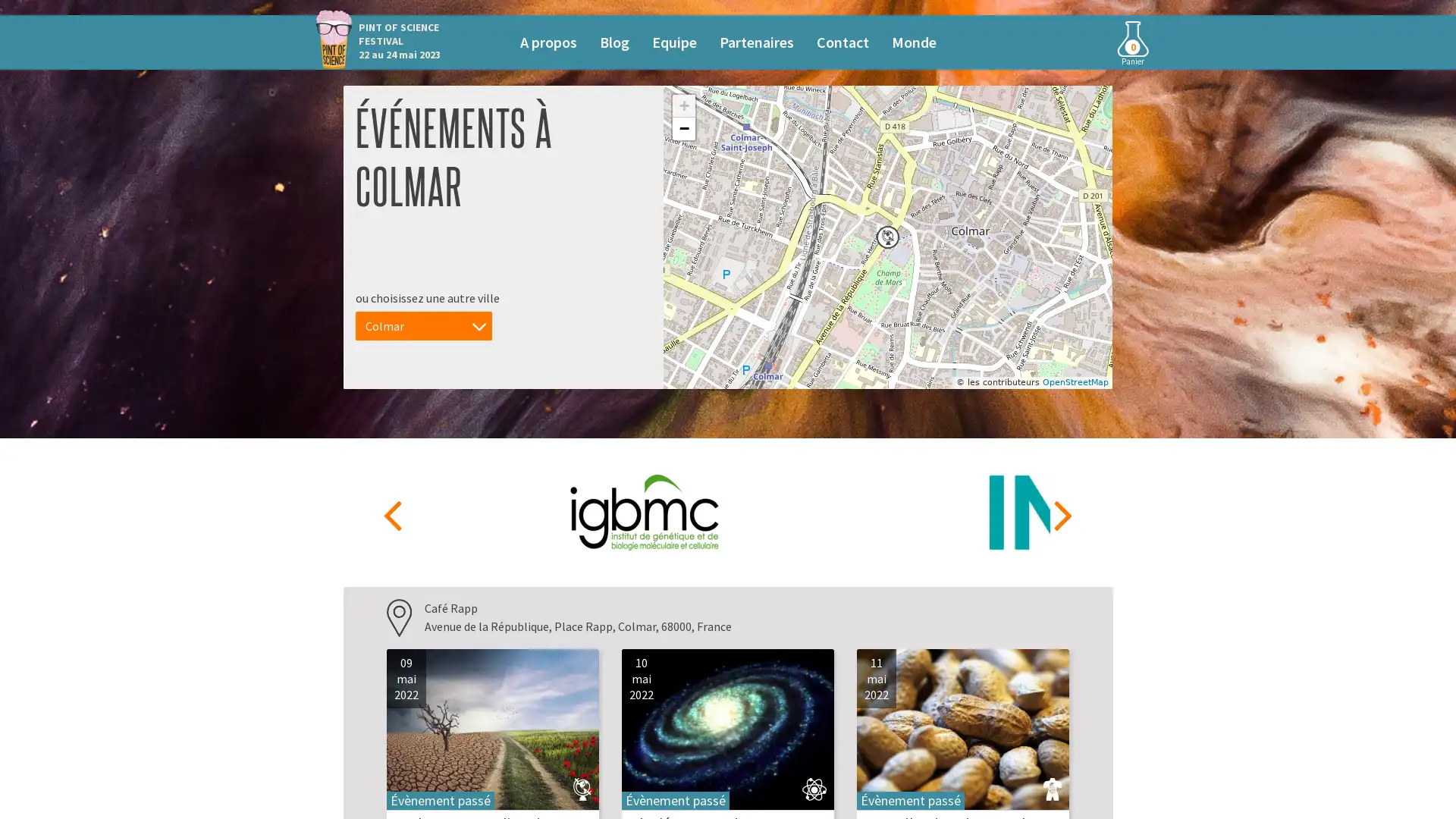 The width and height of the screenshot is (1456, 819). What do you see at coordinates (683, 105) in the screenshot?
I see `Zoom in` at bounding box center [683, 105].